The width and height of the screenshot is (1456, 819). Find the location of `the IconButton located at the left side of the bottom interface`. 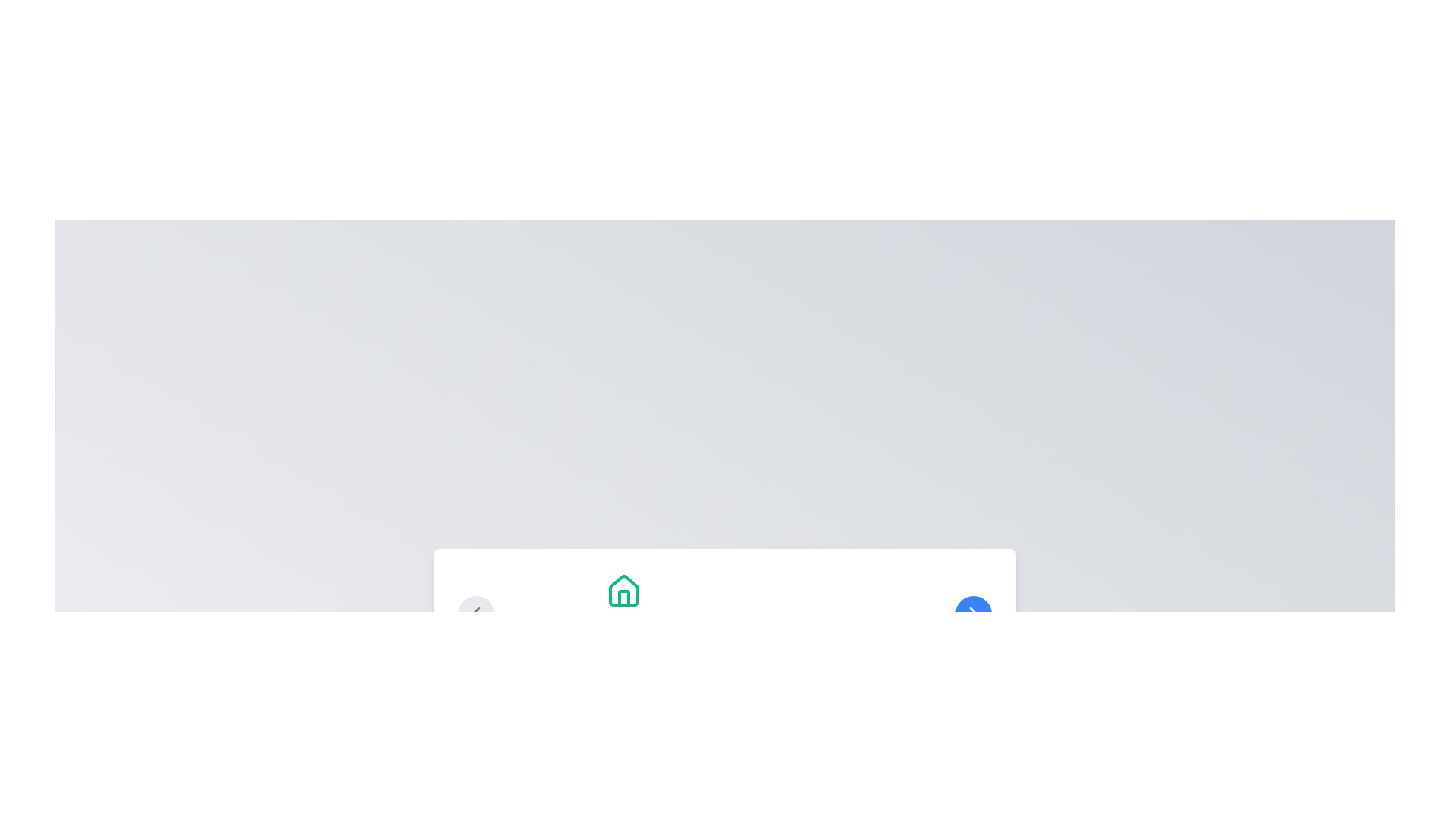

the IconButton located at the left side of the bottom interface is located at coordinates (475, 614).